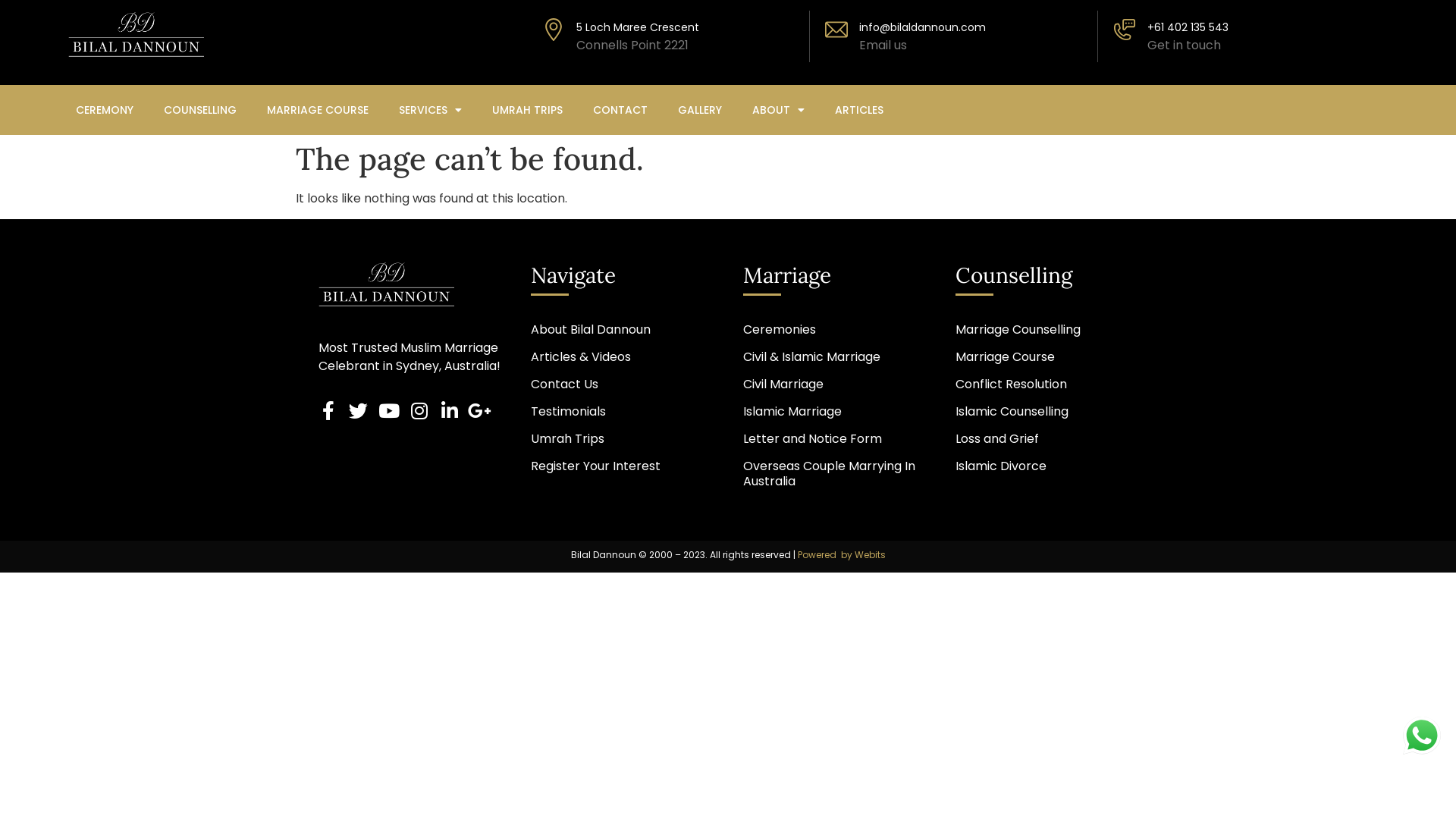 The width and height of the screenshot is (1456, 819). What do you see at coordinates (531, 412) in the screenshot?
I see `'Testimonials'` at bounding box center [531, 412].